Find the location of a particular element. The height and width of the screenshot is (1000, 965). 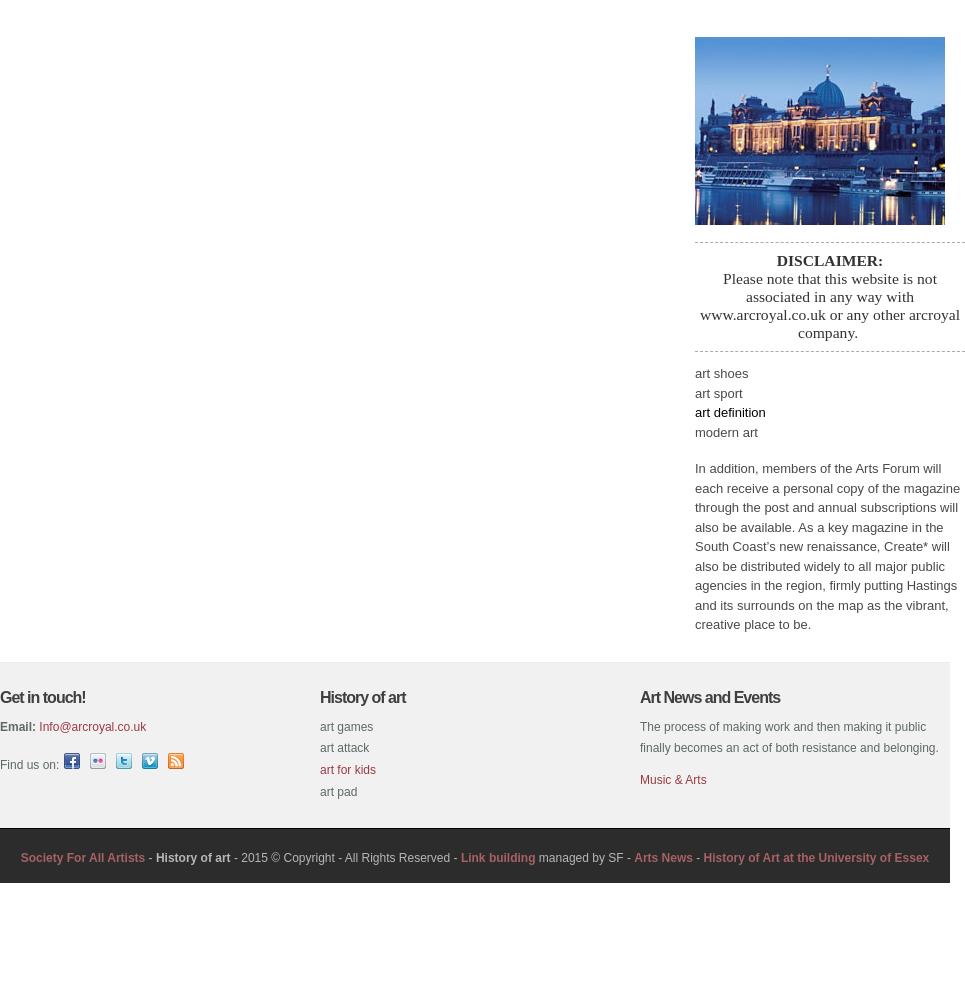

'art for kids' is located at coordinates (347, 769).